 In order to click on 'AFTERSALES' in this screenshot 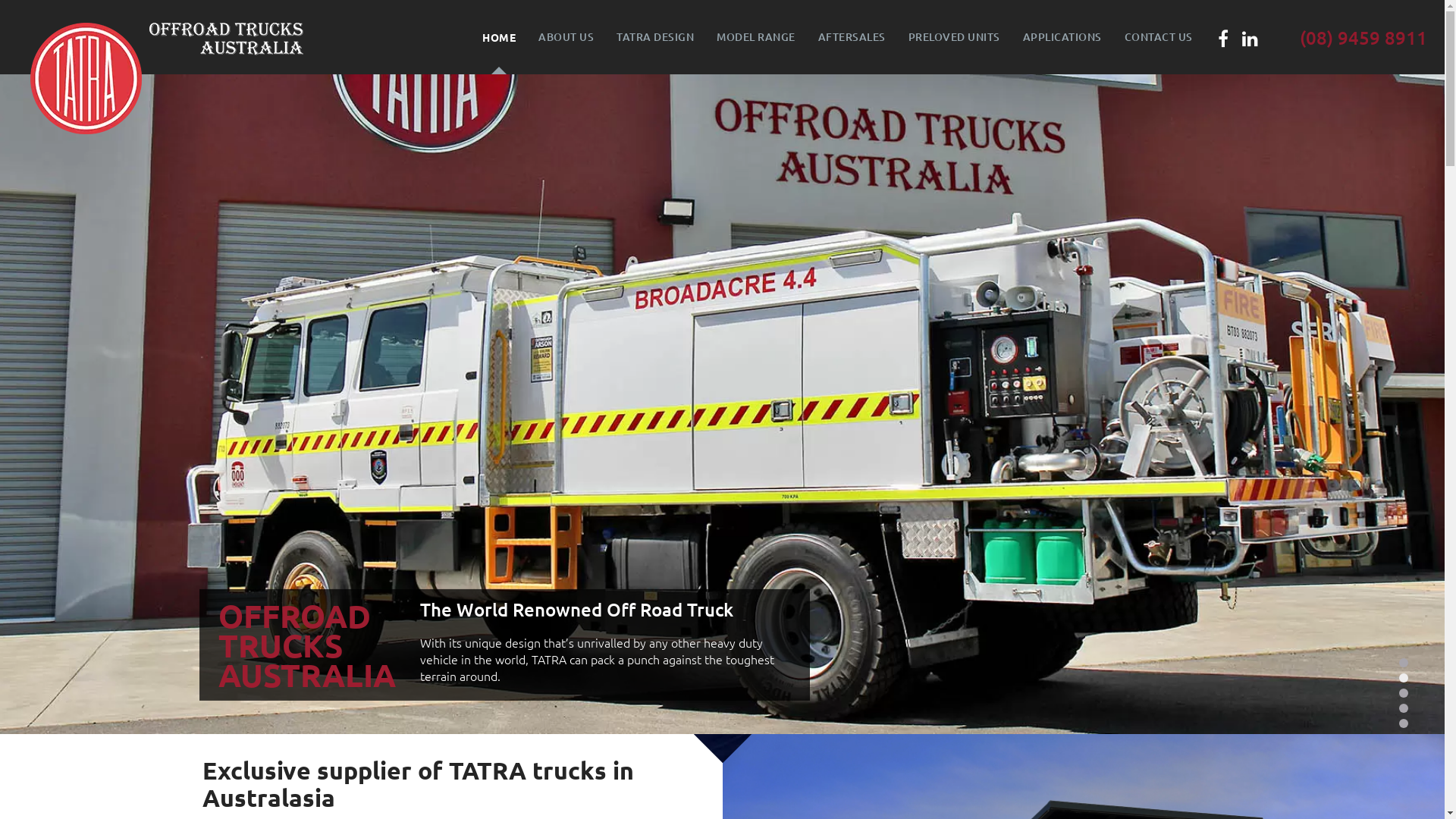, I will do `click(852, 36)`.